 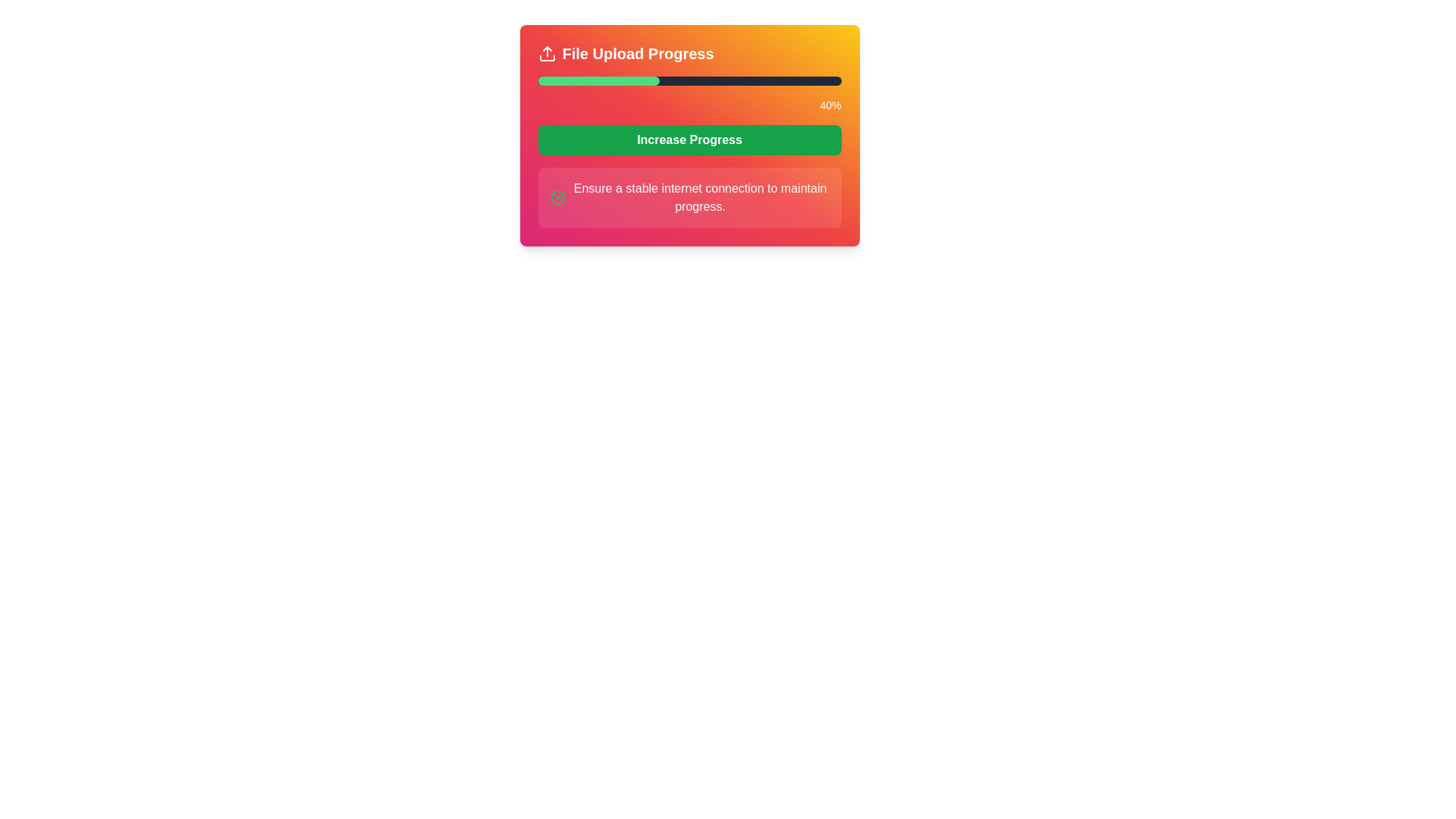 I want to click on the file upload progress icon located at the far-left side of the header group labeled 'File Upload Progress', so click(x=546, y=52).